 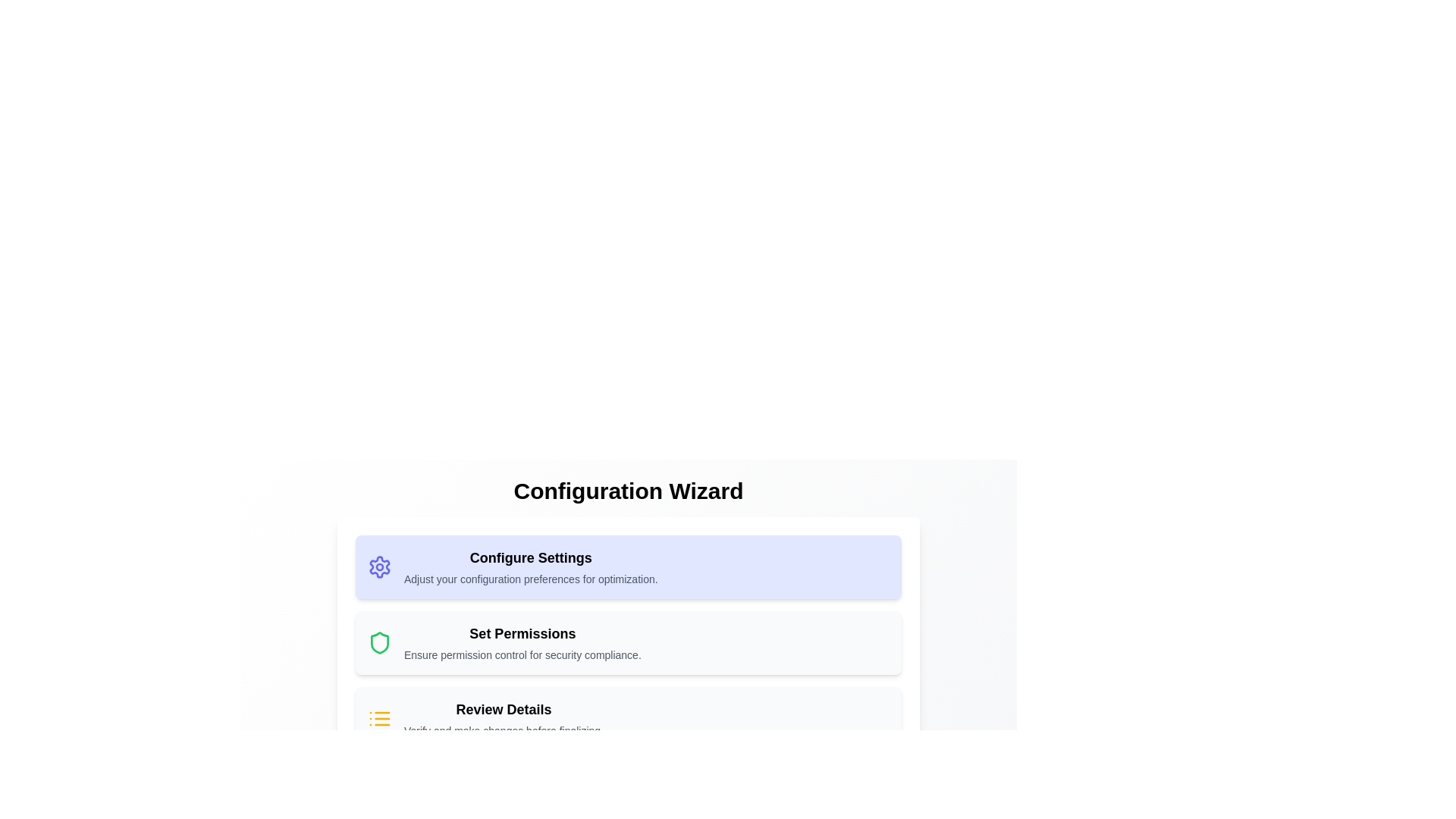 I want to click on the explanatory text element located beneath the 'Configure Settings' heading in the 'Configuration Wizard' section to provide guidance to users, so click(x=531, y=579).